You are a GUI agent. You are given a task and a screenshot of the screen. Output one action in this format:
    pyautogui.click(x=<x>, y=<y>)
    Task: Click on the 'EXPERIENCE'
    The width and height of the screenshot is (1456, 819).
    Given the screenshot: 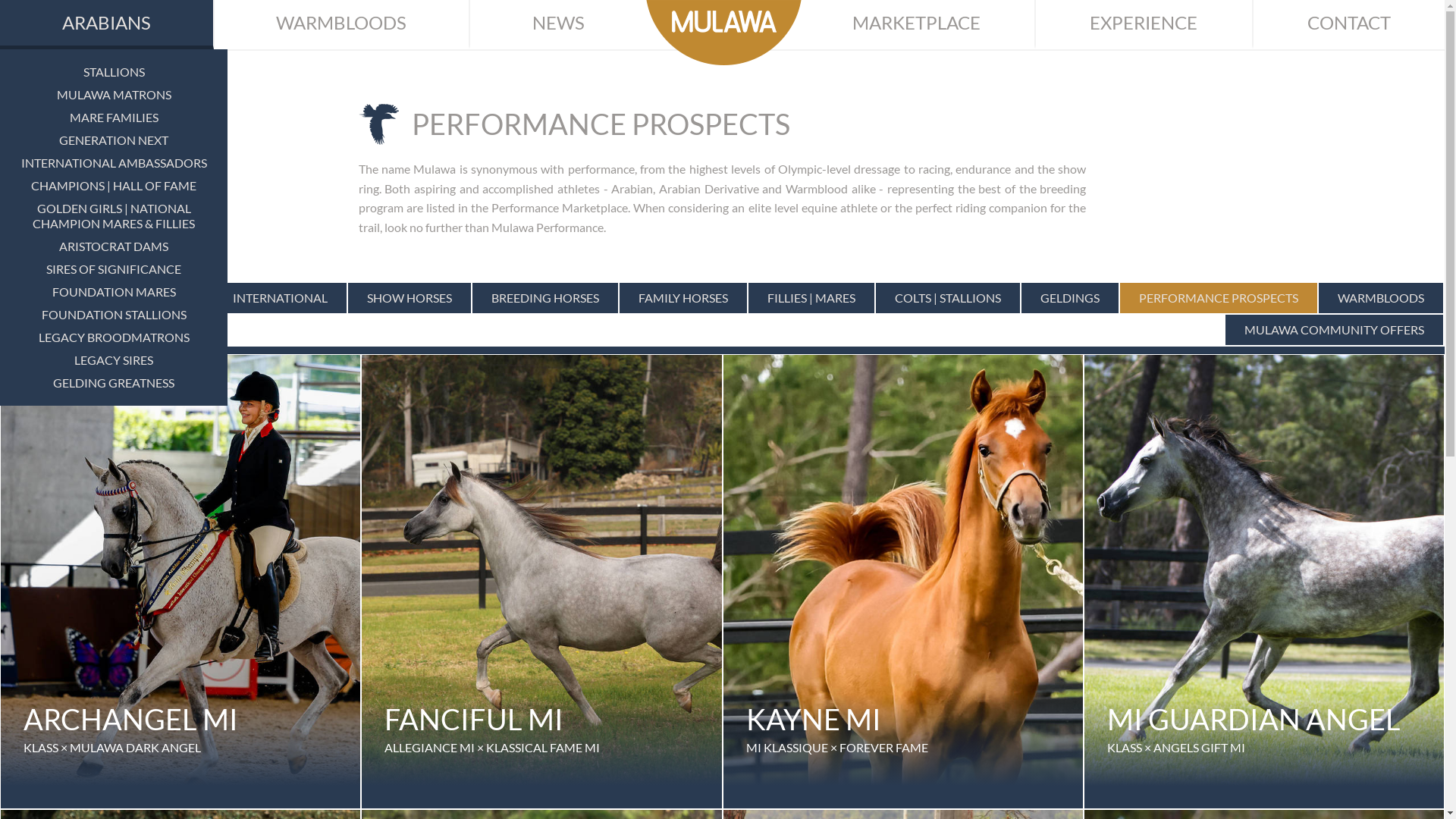 What is the action you would take?
    pyautogui.click(x=1144, y=24)
    